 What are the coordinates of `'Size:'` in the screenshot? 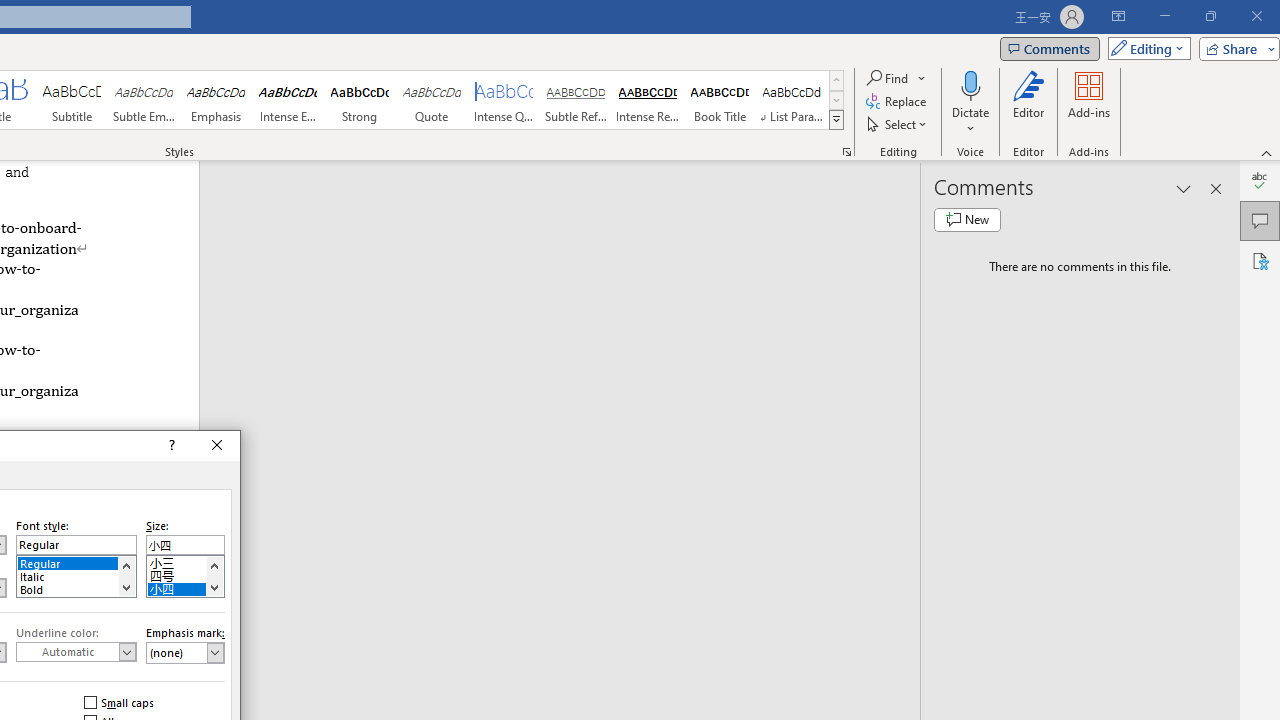 It's located at (185, 545).